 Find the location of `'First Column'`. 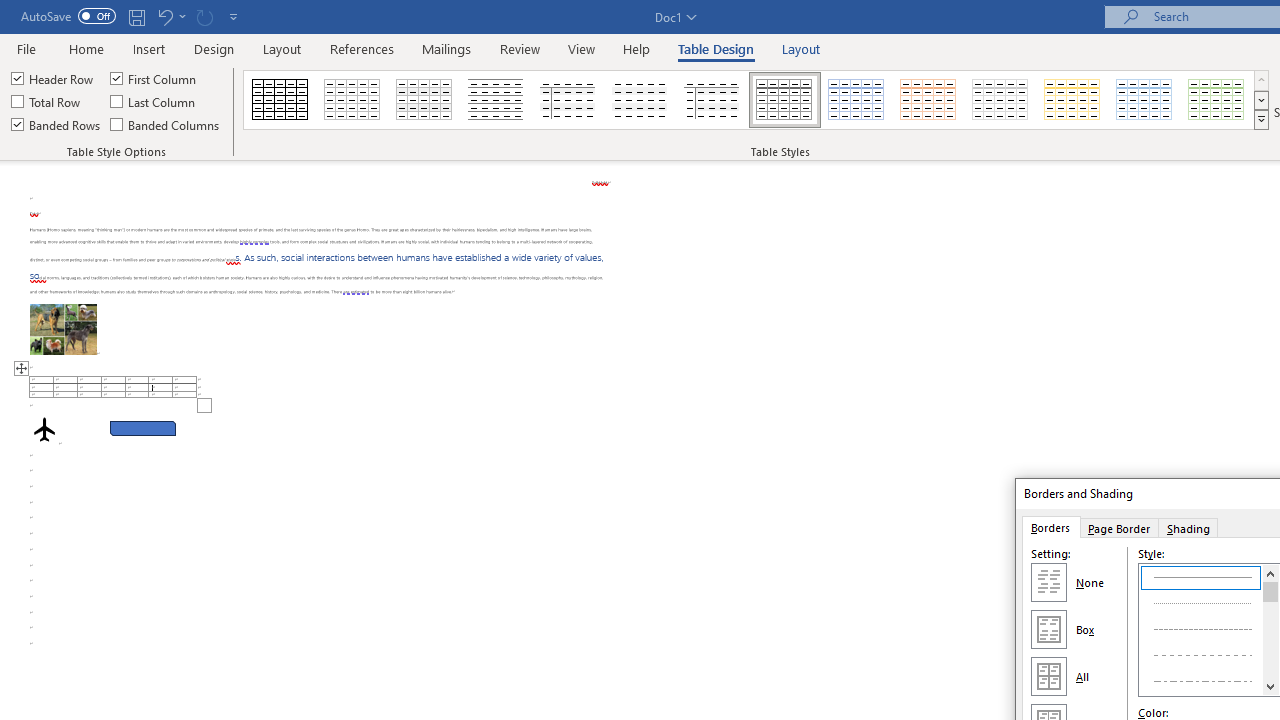

'First Column' is located at coordinates (154, 77).